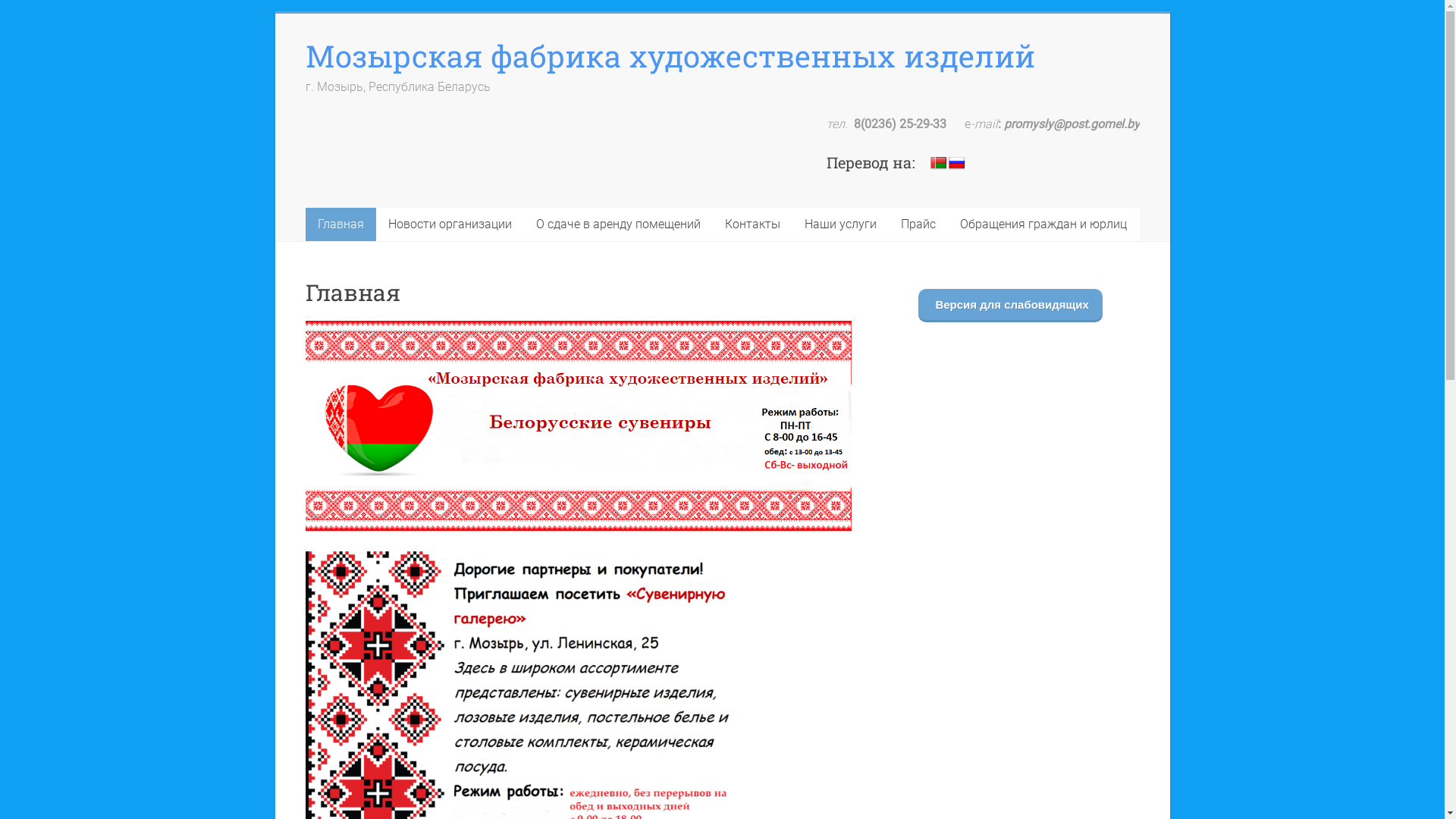 The image size is (1456, 819). Describe the element at coordinates (938, 163) in the screenshot. I see `'Belarusian'` at that location.